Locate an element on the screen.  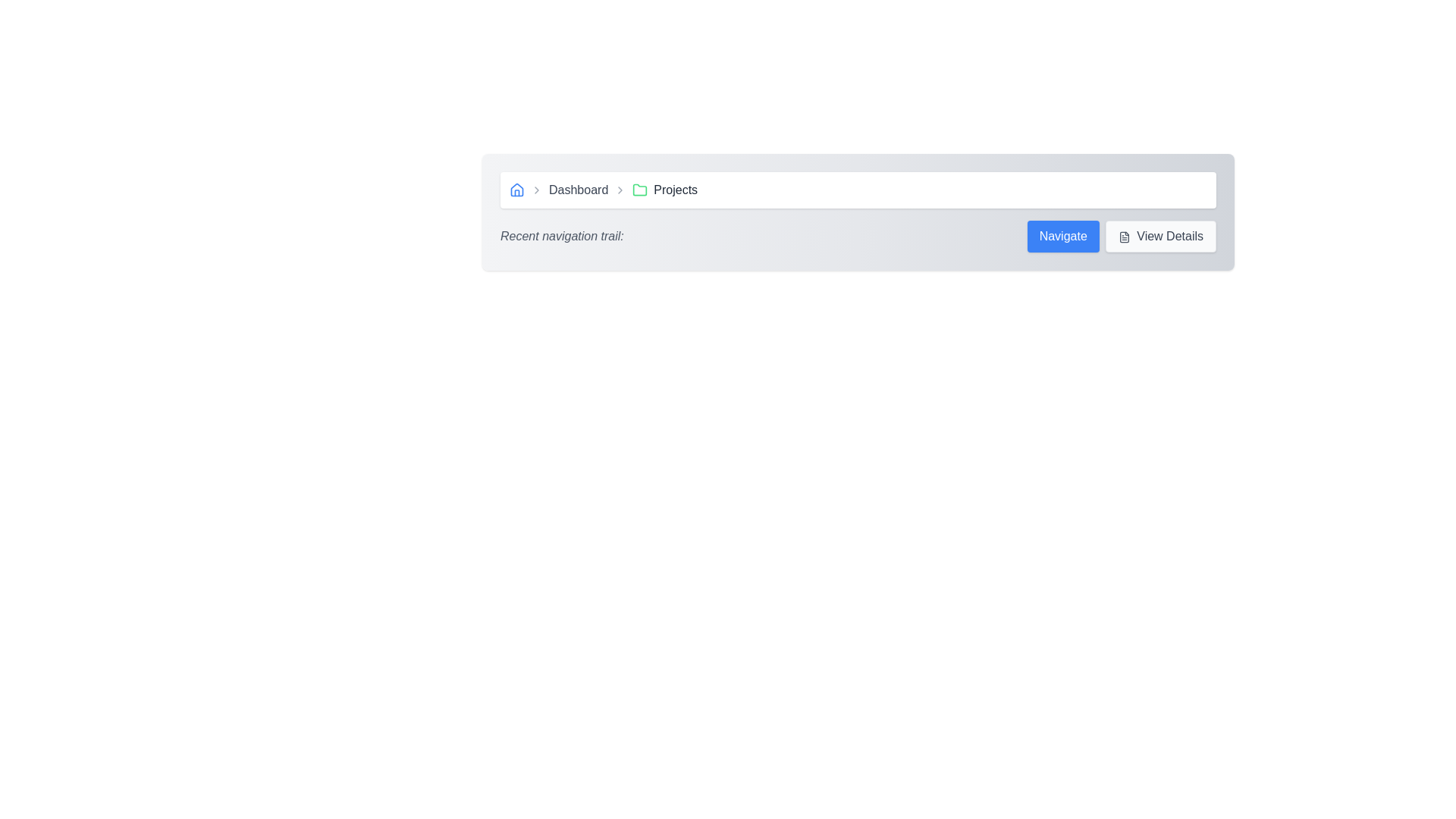
the right-chevron arrow SVG icon located between the 'Dashboard' and 'Projects' labels in the breadcrumb navigation bar is located at coordinates (537, 189).